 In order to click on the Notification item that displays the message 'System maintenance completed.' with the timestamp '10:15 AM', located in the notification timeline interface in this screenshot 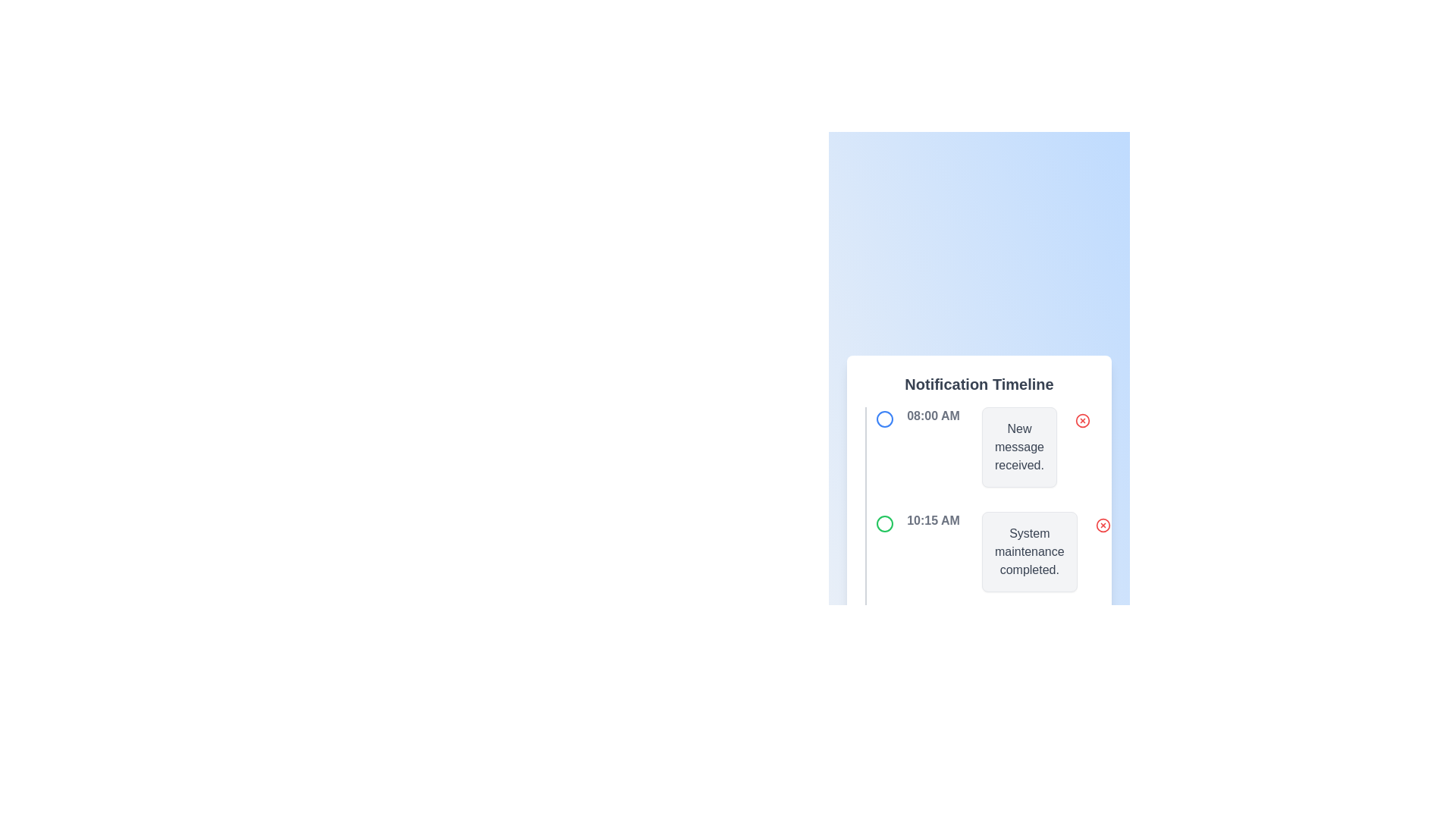, I will do `click(989, 558)`.